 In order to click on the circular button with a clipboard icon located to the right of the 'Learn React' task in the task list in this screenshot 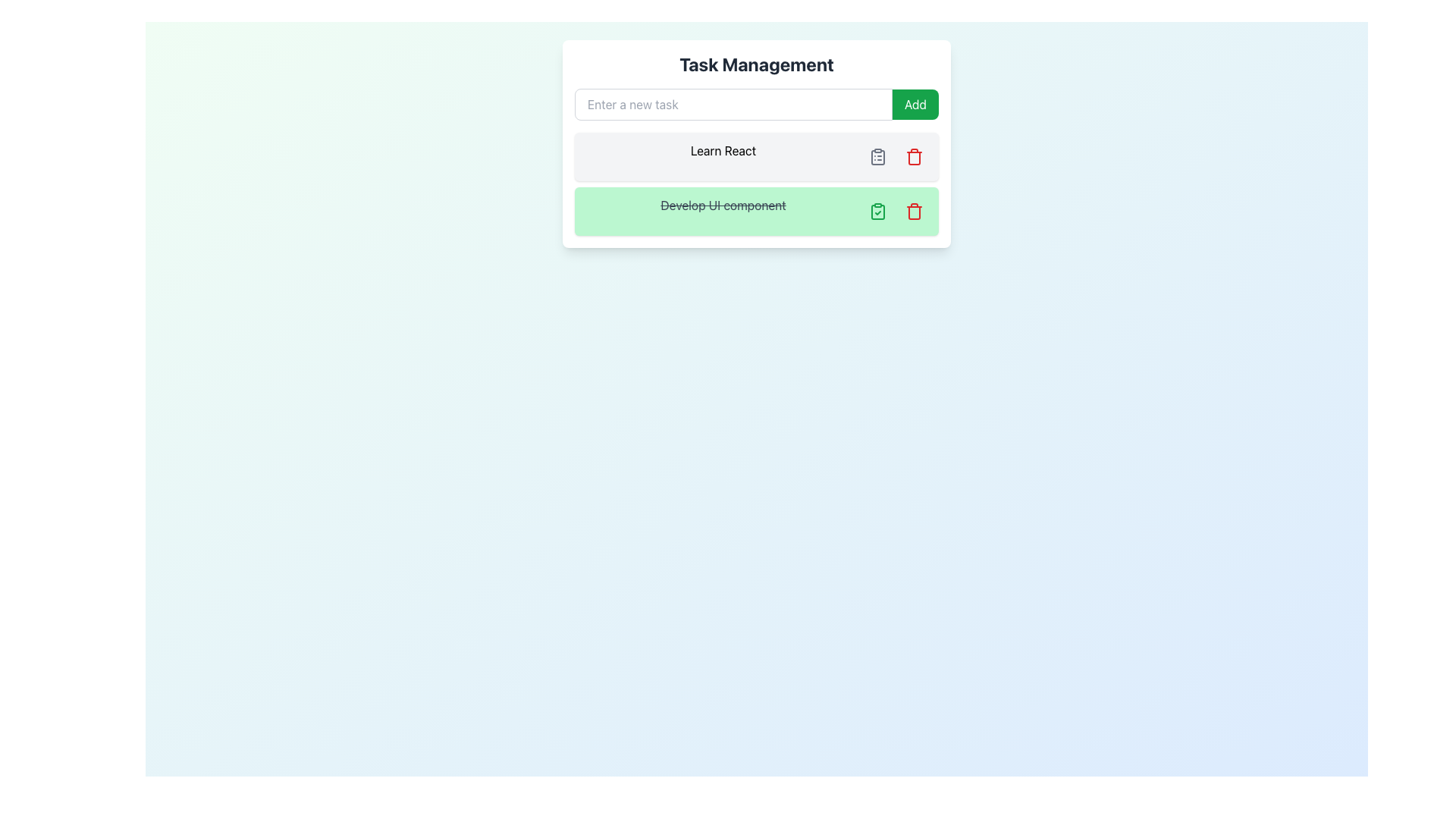, I will do `click(877, 157)`.